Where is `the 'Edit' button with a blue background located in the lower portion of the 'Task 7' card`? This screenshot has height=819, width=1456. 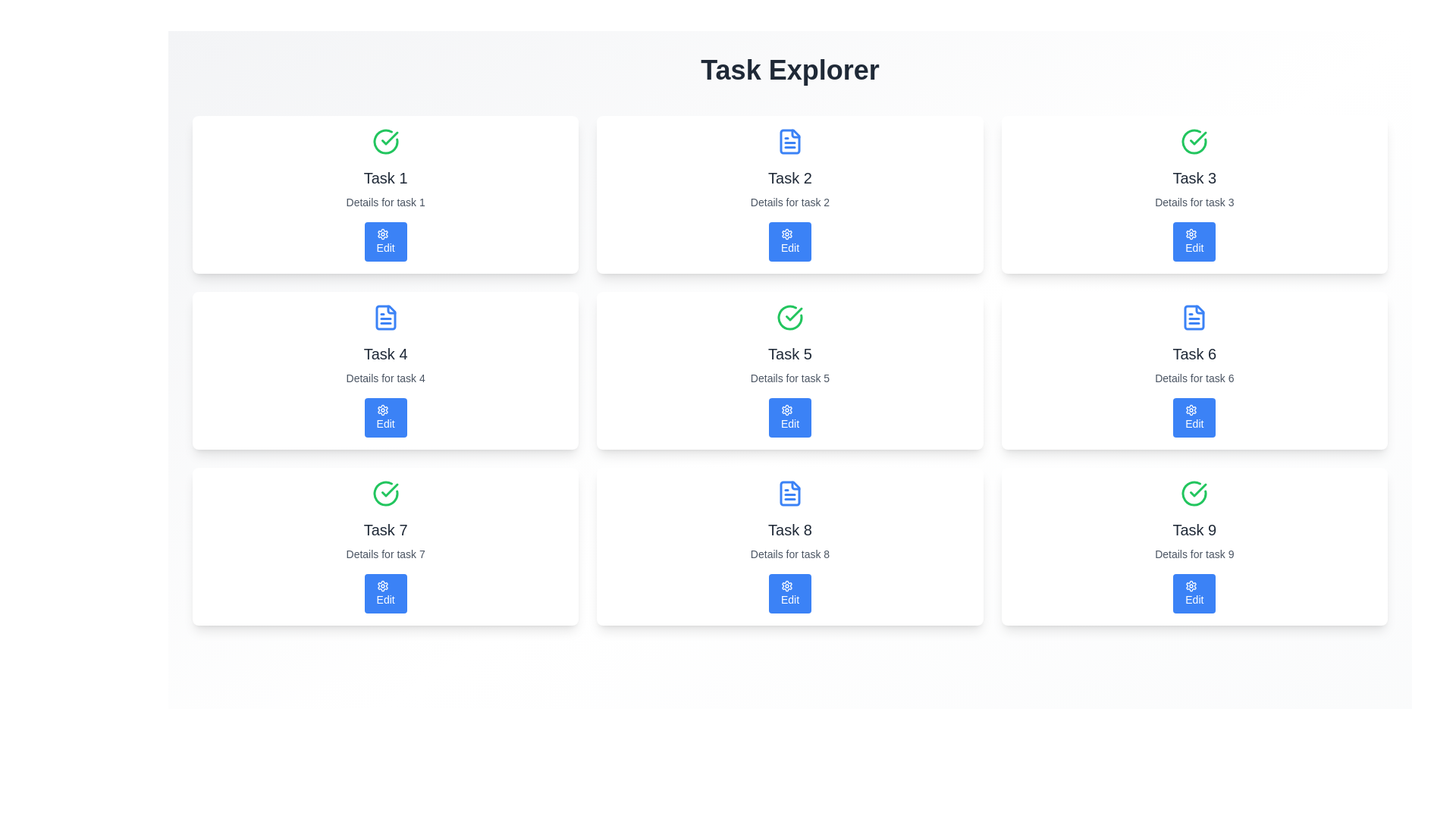
the 'Edit' button with a blue background located in the lower portion of the 'Task 7' card is located at coordinates (385, 593).